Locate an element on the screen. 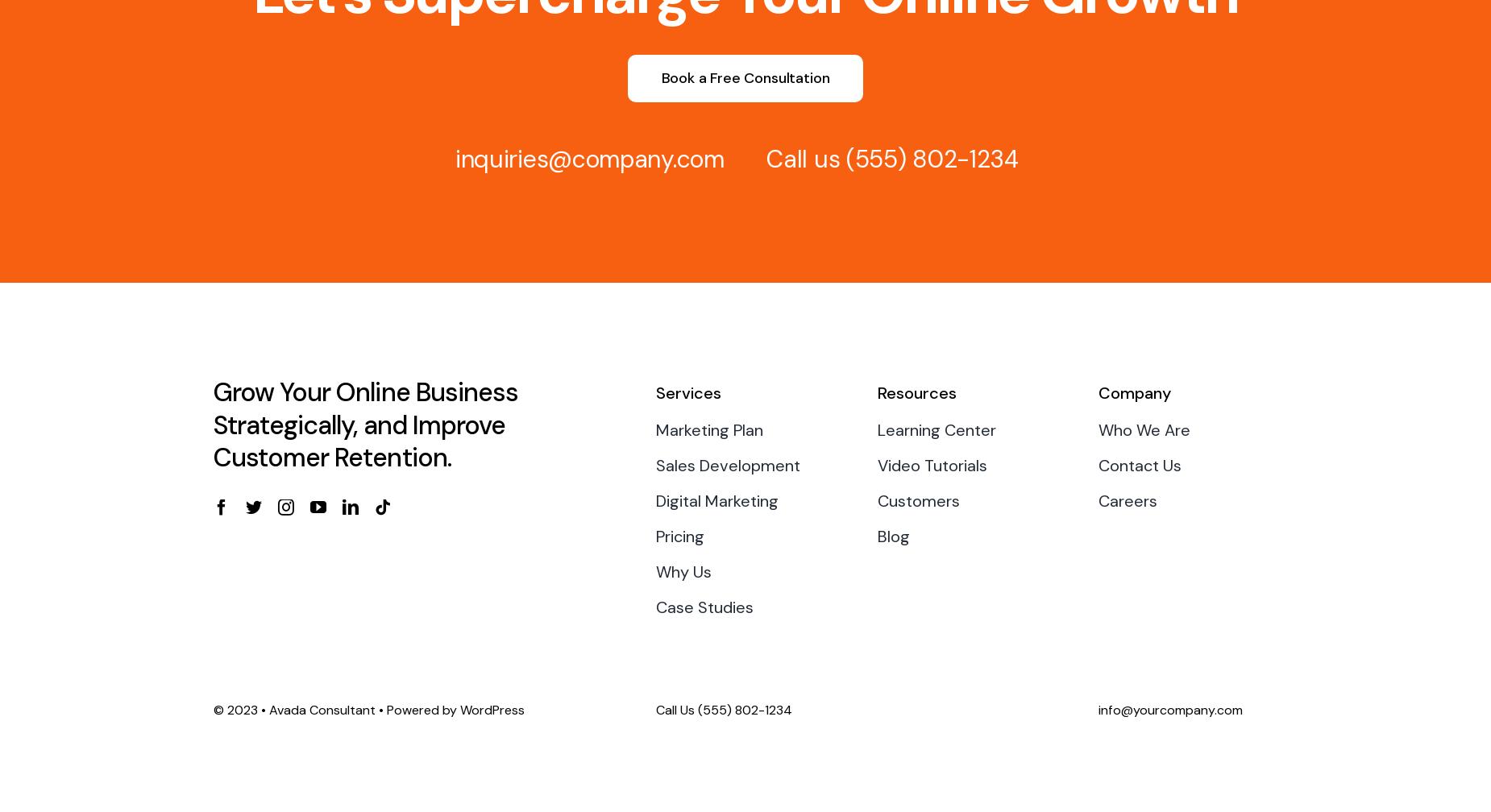 Image resolution: width=1491 pixels, height=812 pixels. 'Call Us' is located at coordinates (677, 710).